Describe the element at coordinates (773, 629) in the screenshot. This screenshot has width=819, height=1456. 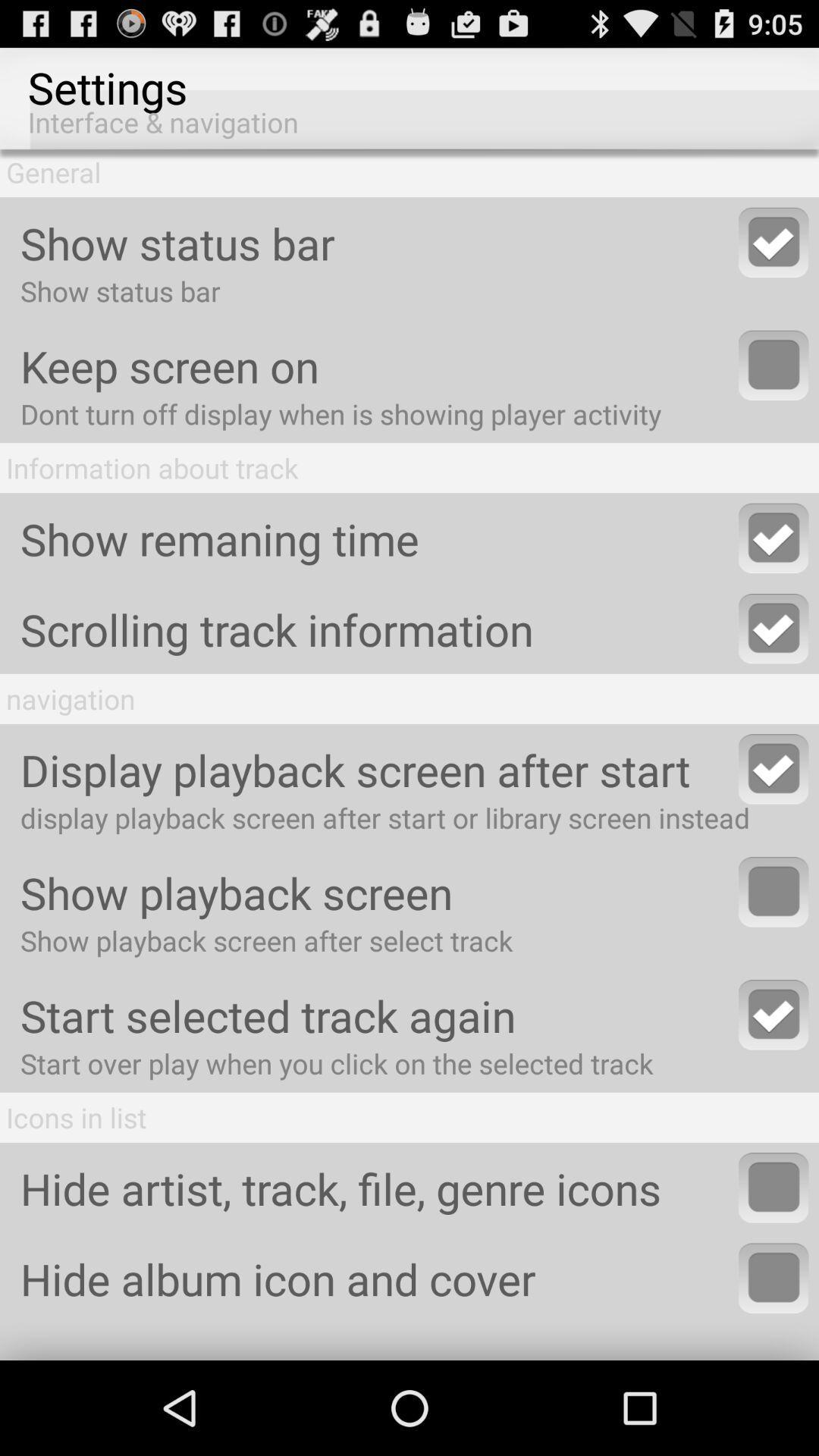
I see `option` at that location.